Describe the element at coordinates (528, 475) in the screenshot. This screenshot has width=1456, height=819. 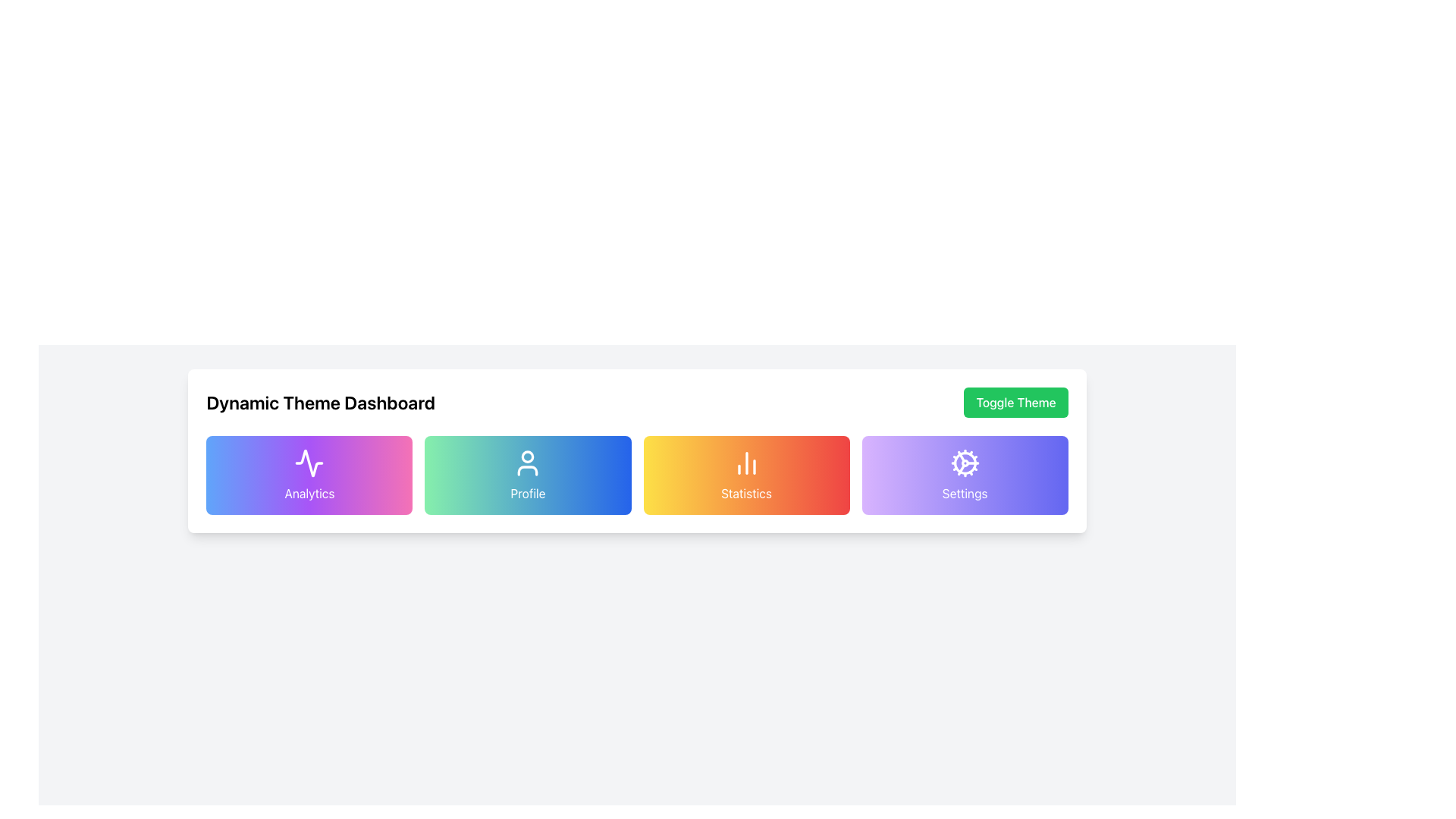
I see `the 'Profile' button, which is a rectangular panel with a gradient background transitioning from green to blue, containing a user icon and the text 'Profile'` at that location.